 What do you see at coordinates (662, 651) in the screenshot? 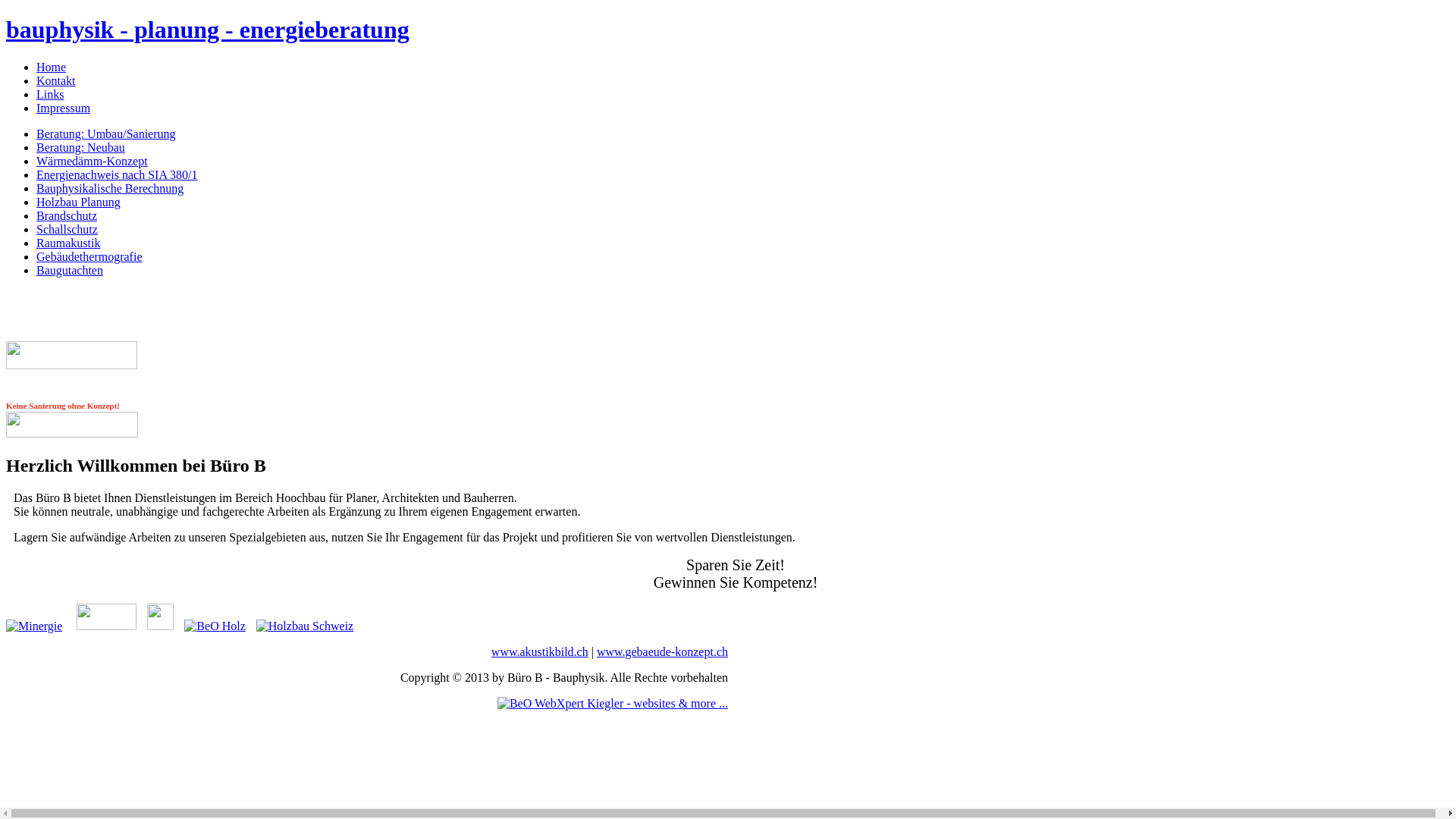
I see `'www.gebaeude-konzept.ch'` at bounding box center [662, 651].